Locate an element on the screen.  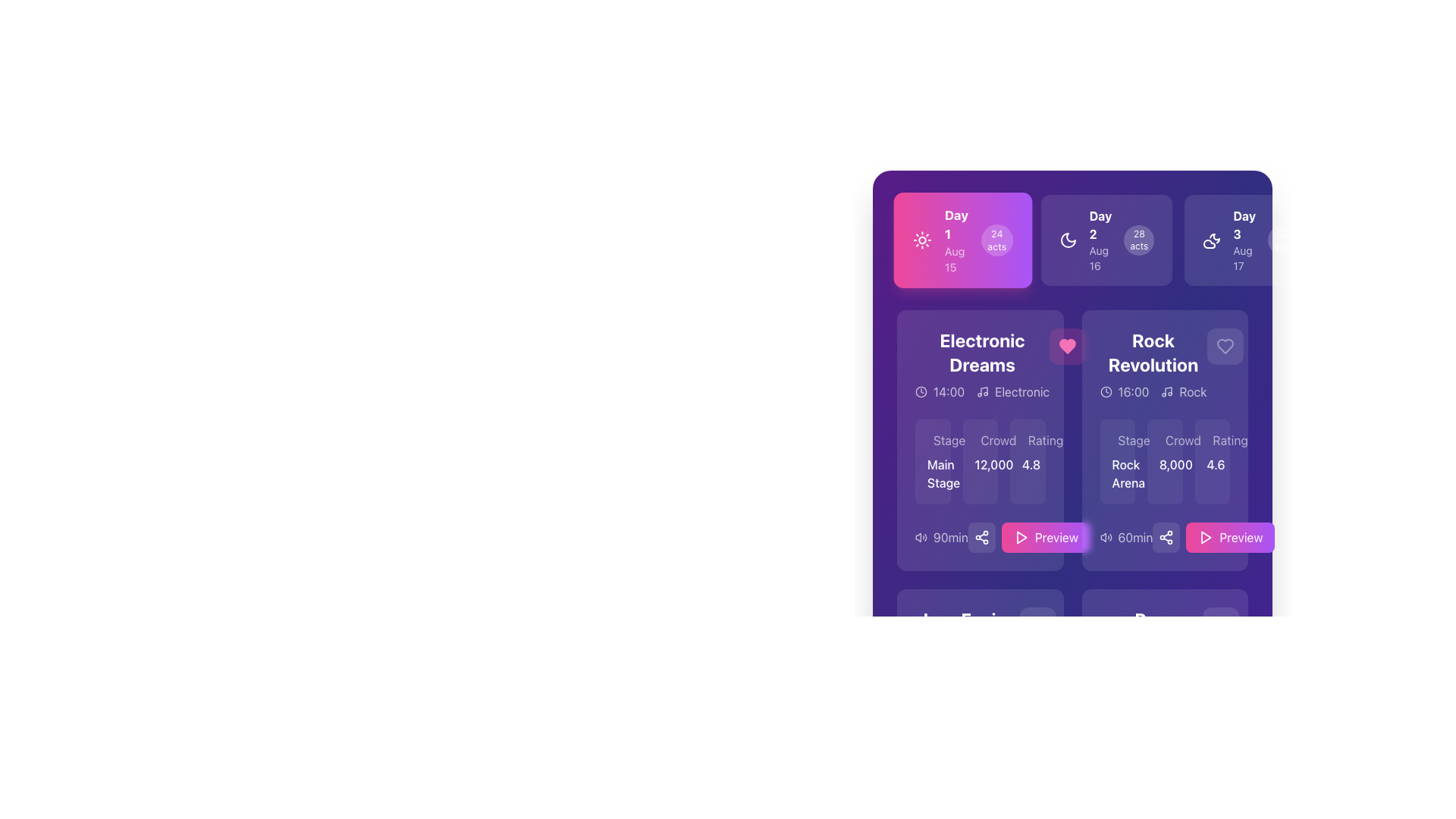
the circular decorative element representing a clock face with a light purple border, located above the 'Electronic' label in the 'Electronic Dreams' section is located at coordinates (920, 391).